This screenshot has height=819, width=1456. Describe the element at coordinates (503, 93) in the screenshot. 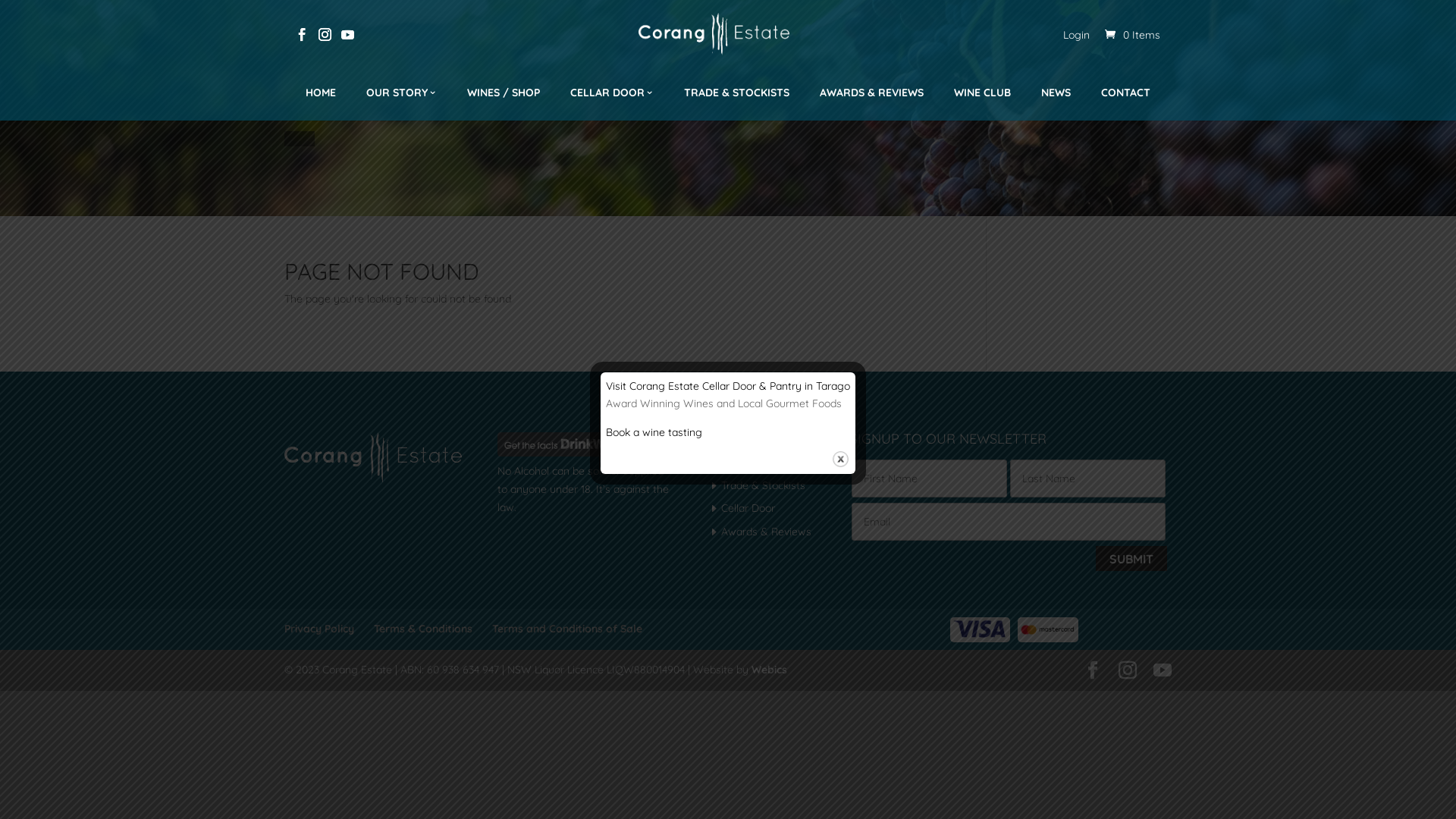

I see `'WINES / SHOP'` at that location.